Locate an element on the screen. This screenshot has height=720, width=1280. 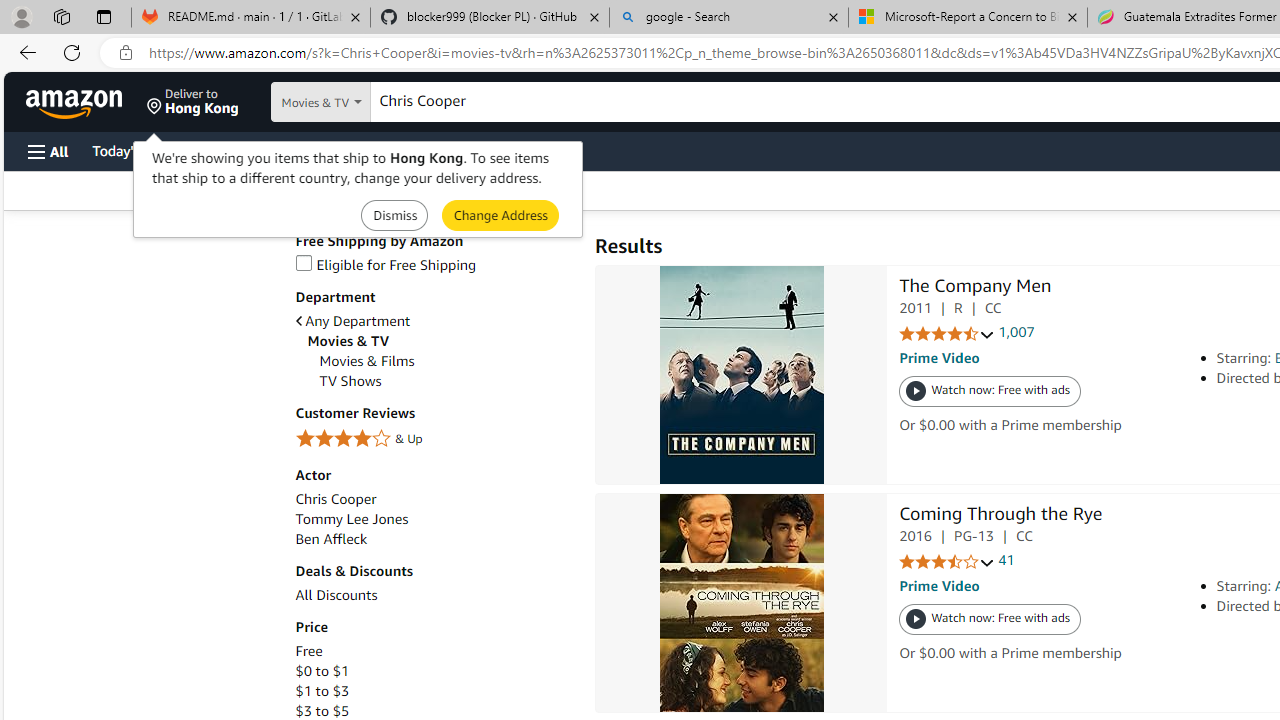
'TV Shows' is located at coordinates (350, 381).